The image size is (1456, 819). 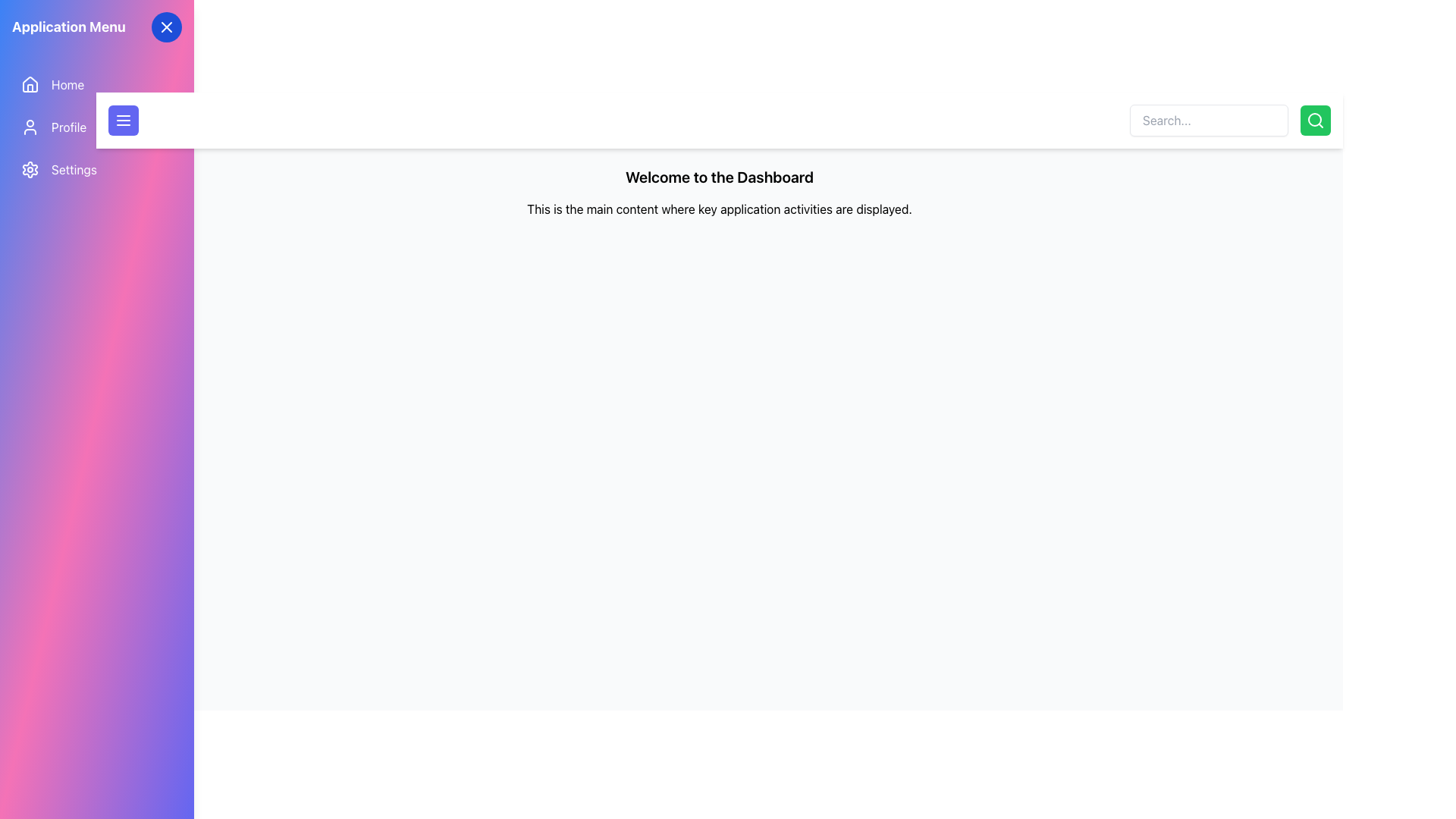 What do you see at coordinates (167, 27) in the screenshot?
I see `the Close button (SVG icon) located in the top-left corner of the sidebar` at bounding box center [167, 27].